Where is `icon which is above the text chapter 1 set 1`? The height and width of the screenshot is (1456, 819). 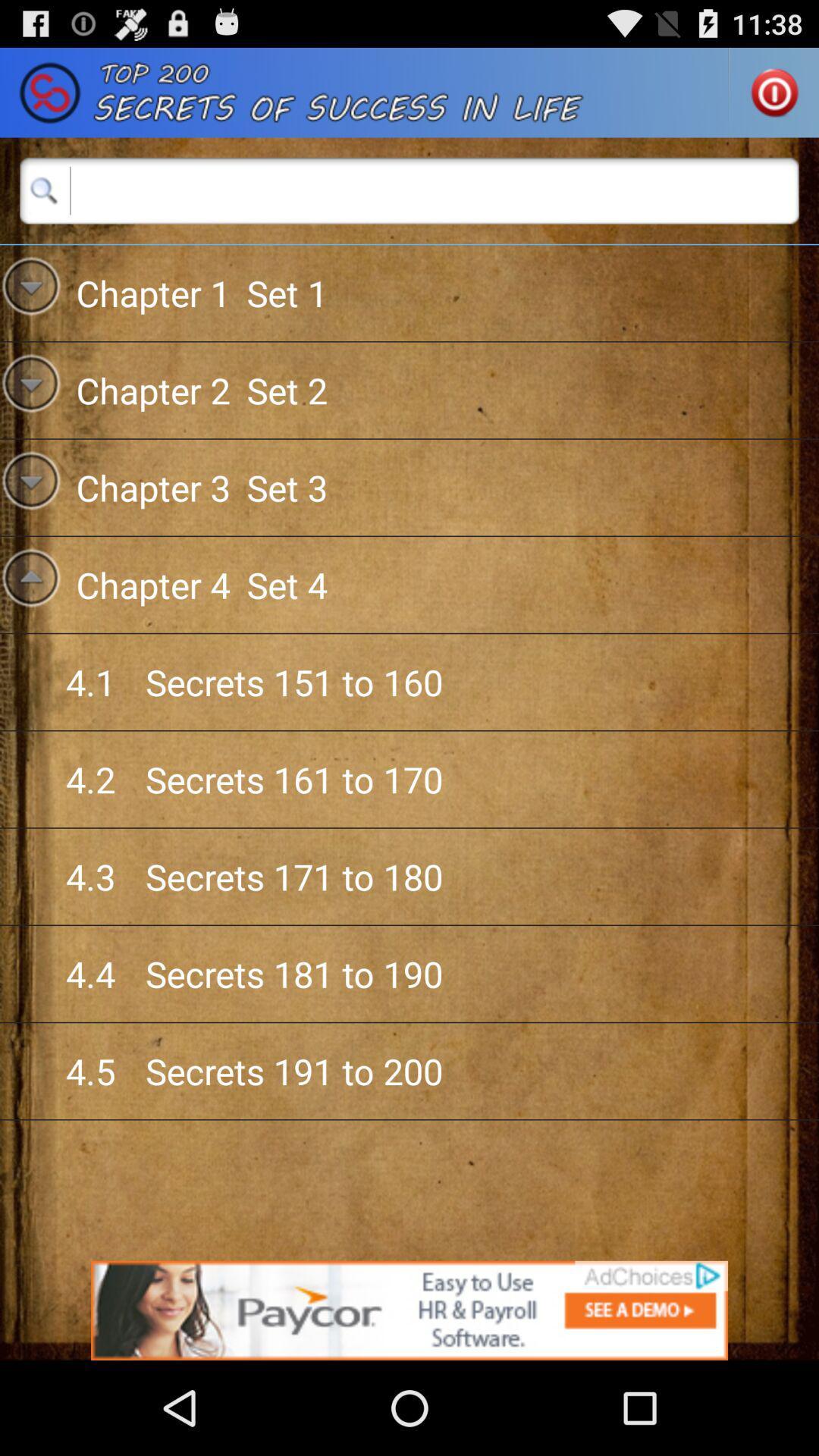 icon which is above the text chapter 1 set 1 is located at coordinates (43, 190).